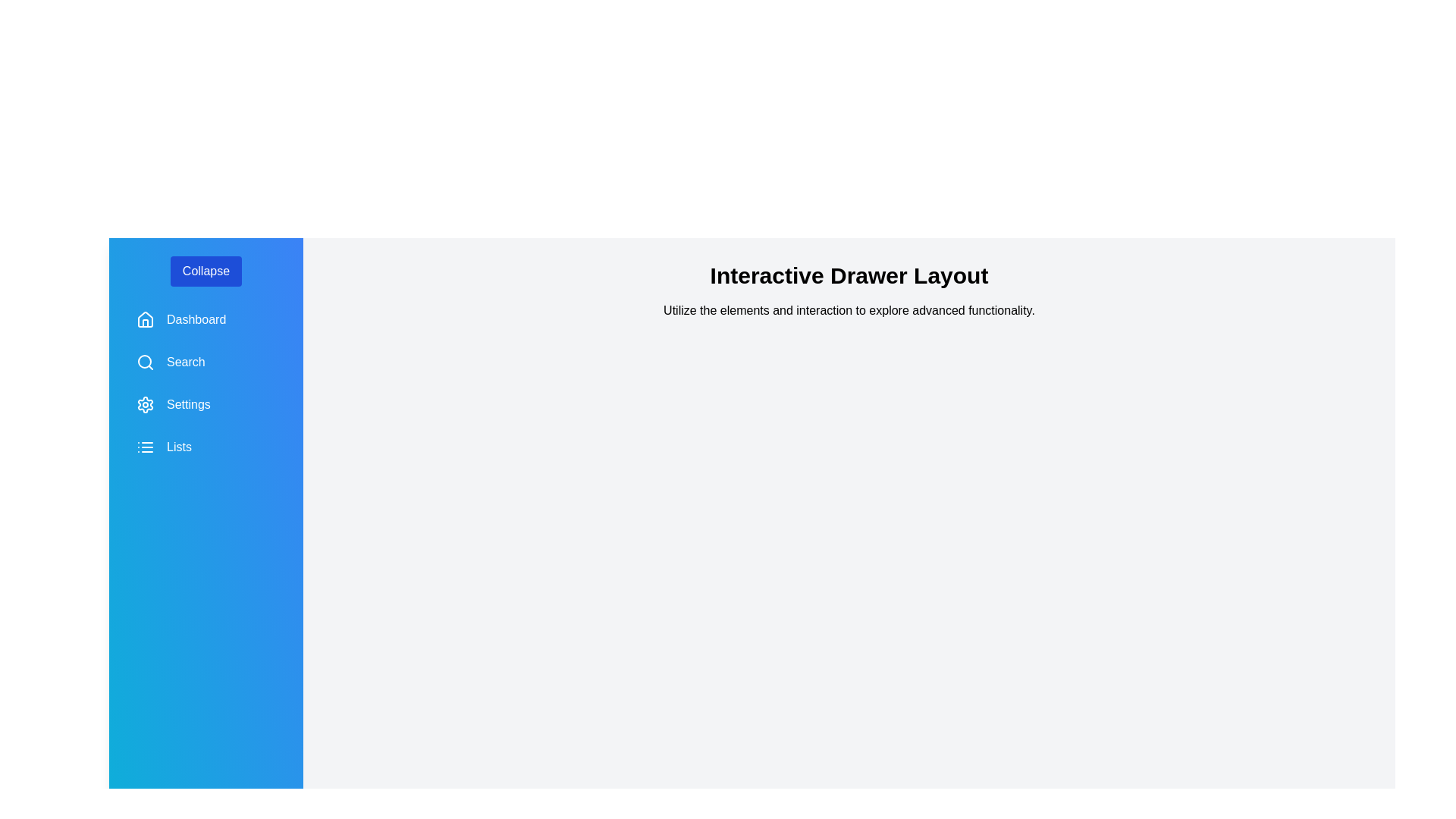 This screenshot has width=1456, height=819. Describe the element at coordinates (206, 403) in the screenshot. I see `the menu item labeled Settings to navigate to its respective section` at that location.